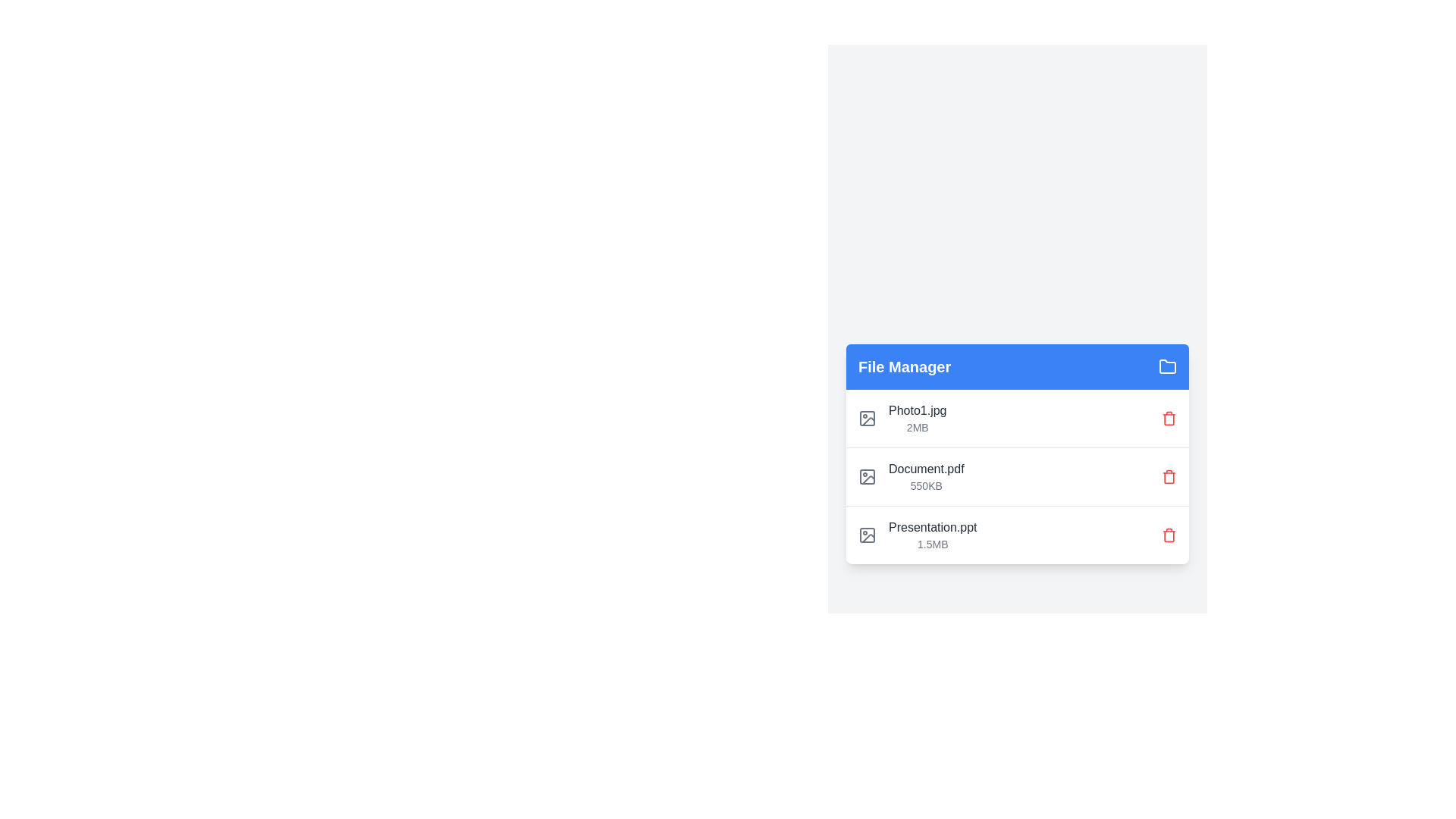 Image resolution: width=1456 pixels, height=819 pixels. Describe the element at coordinates (910, 475) in the screenshot. I see `to select the list item labeled 'Document.pdf' in the File Manager panel, which is the second entry in the list of files` at that location.